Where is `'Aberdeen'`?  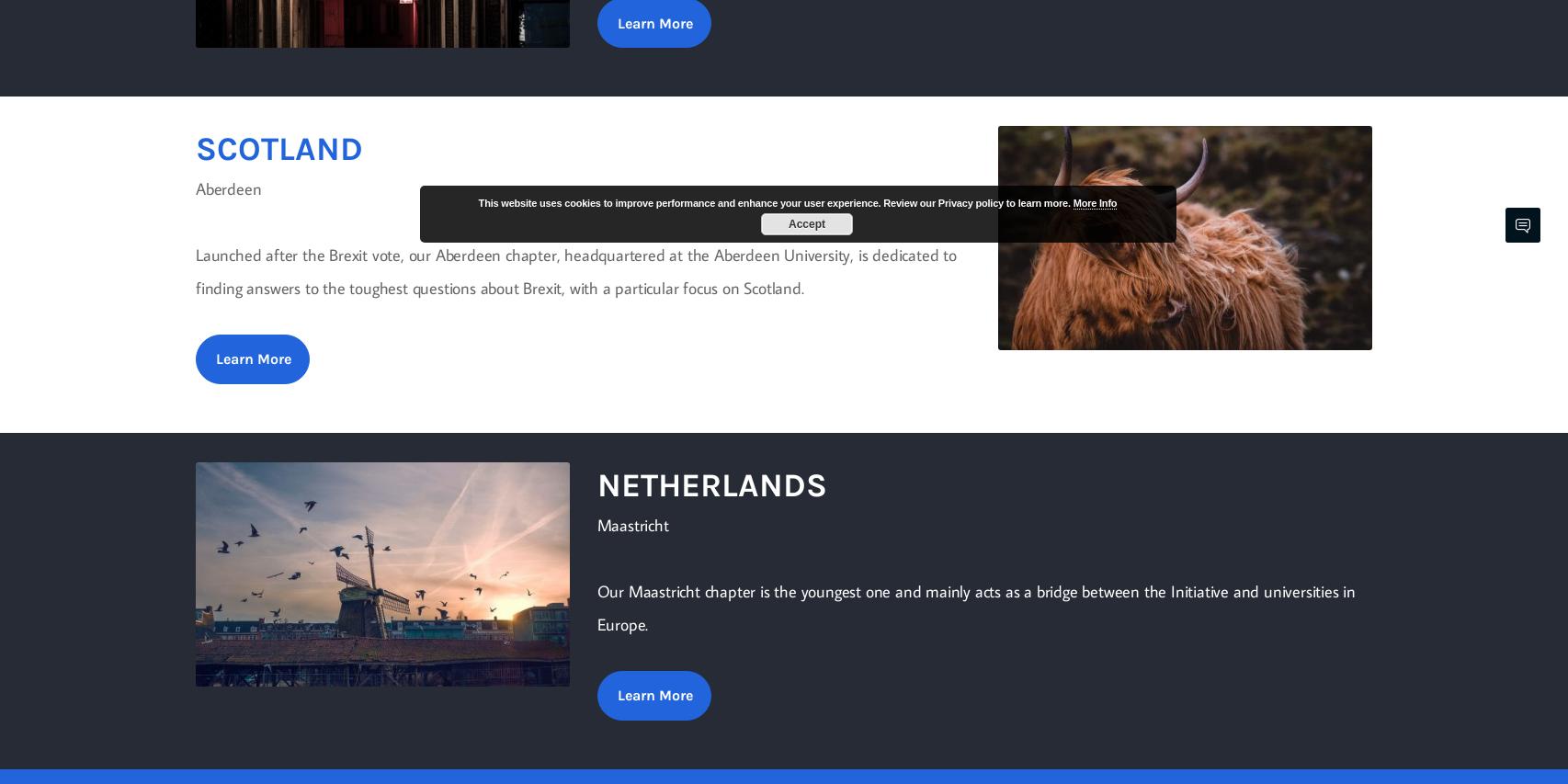
'Aberdeen' is located at coordinates (228, 187).